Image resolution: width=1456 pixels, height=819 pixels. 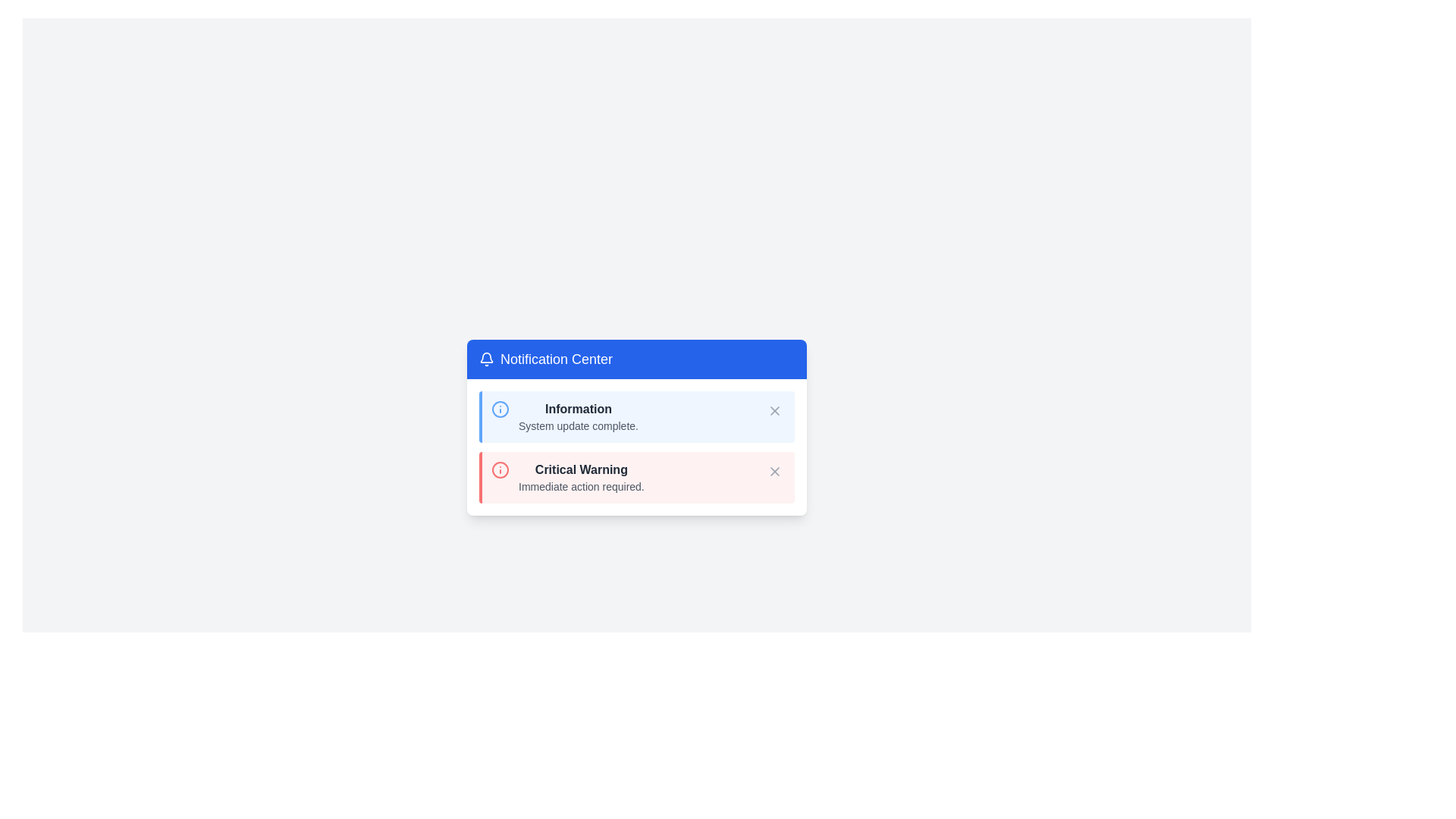 What do you see at coordinates (487, 357) in the screenshot?
I see `the bell icon representing notifications or alerts in the Notification Center header, located slightly right of the left edge of the icon` at bounding box center [487, 357].